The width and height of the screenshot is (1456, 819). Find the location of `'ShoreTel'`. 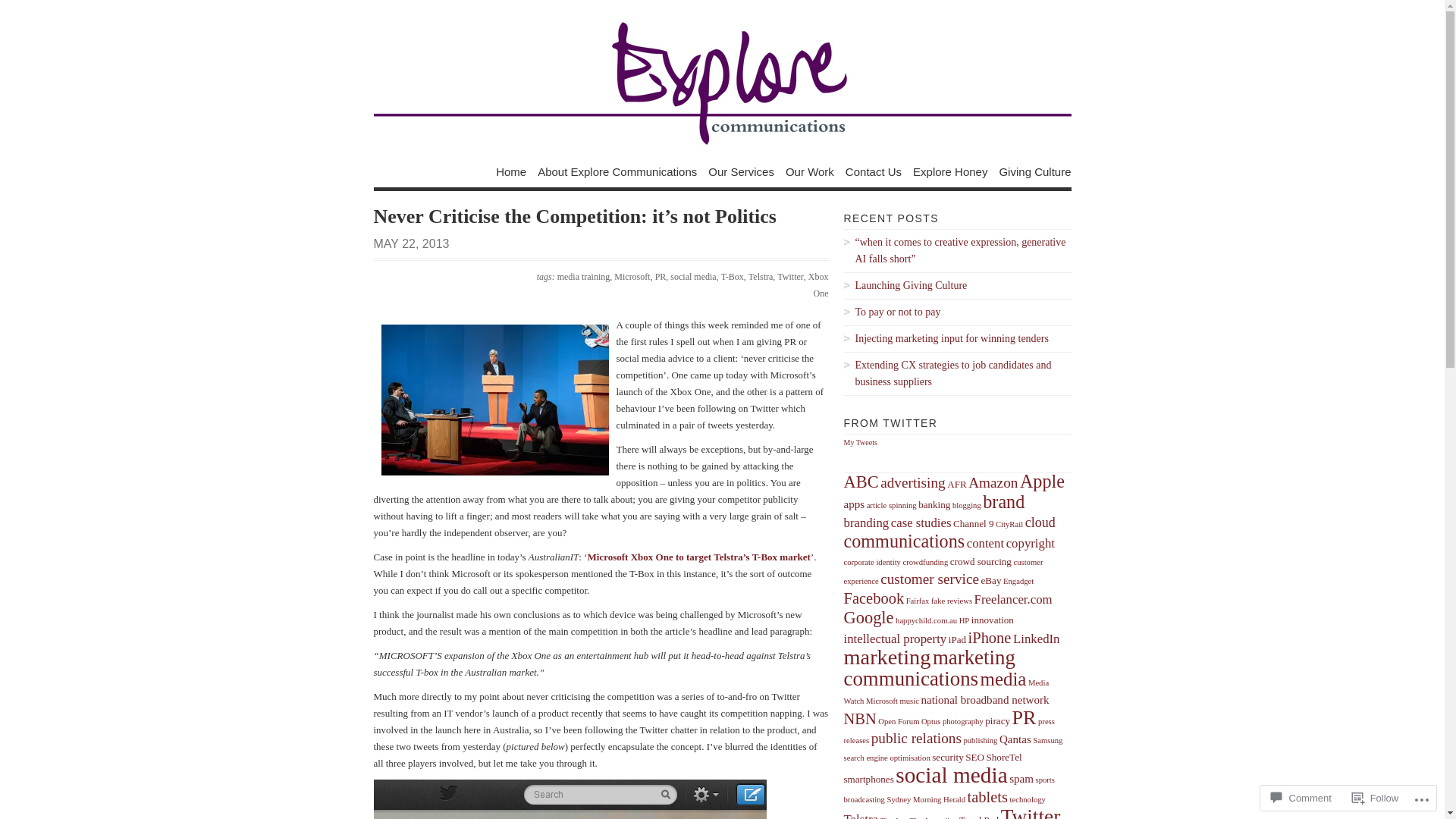

'ShoreTel' is located at coordinates (986, 757).